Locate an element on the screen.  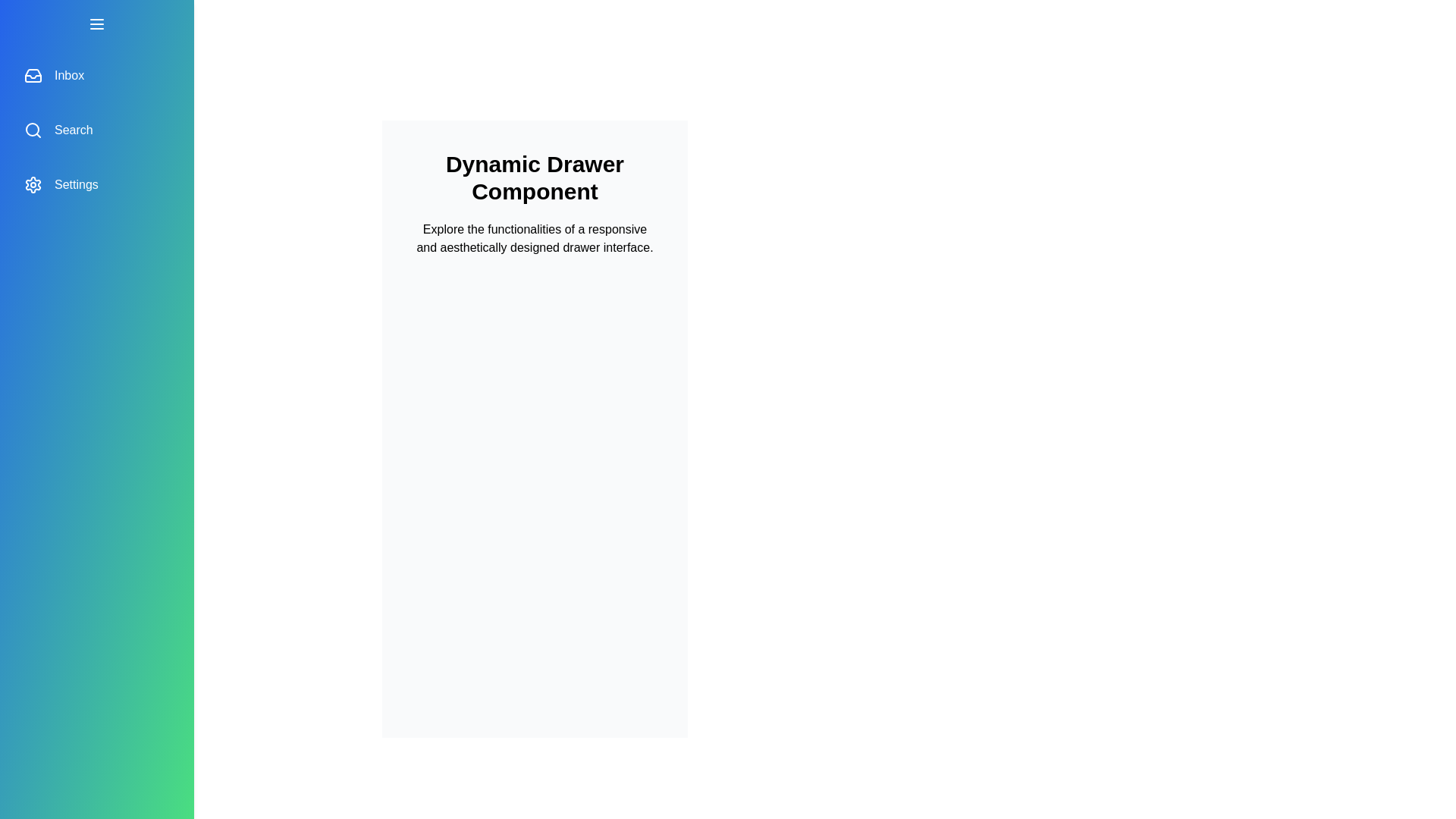
the 'Settings' menu item in the drawer is located at coordinates (96, 184).